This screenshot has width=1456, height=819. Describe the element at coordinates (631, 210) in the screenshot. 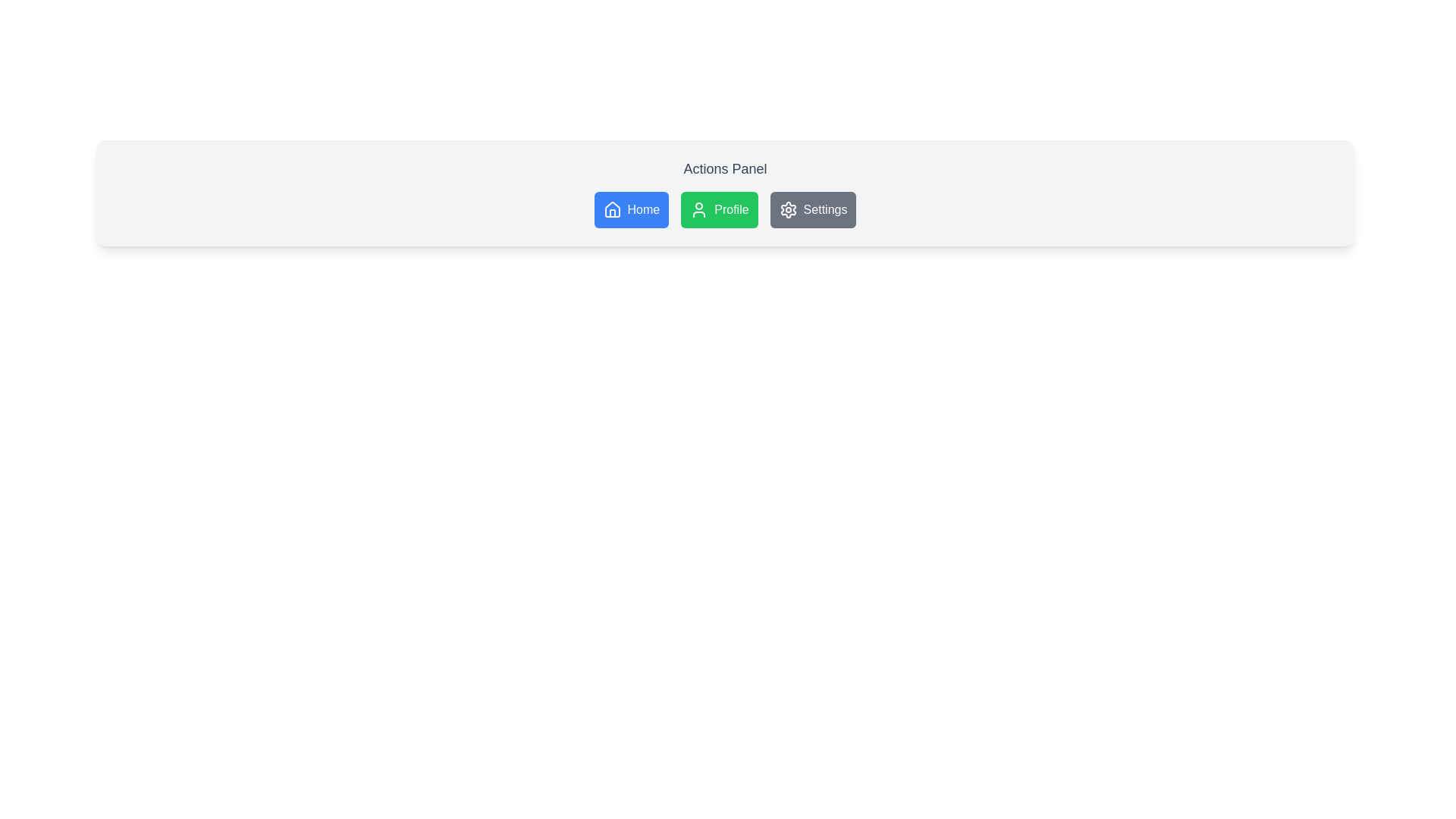

I see `the blue 'Home' button with rounded corners that features a white house icon` at that location.